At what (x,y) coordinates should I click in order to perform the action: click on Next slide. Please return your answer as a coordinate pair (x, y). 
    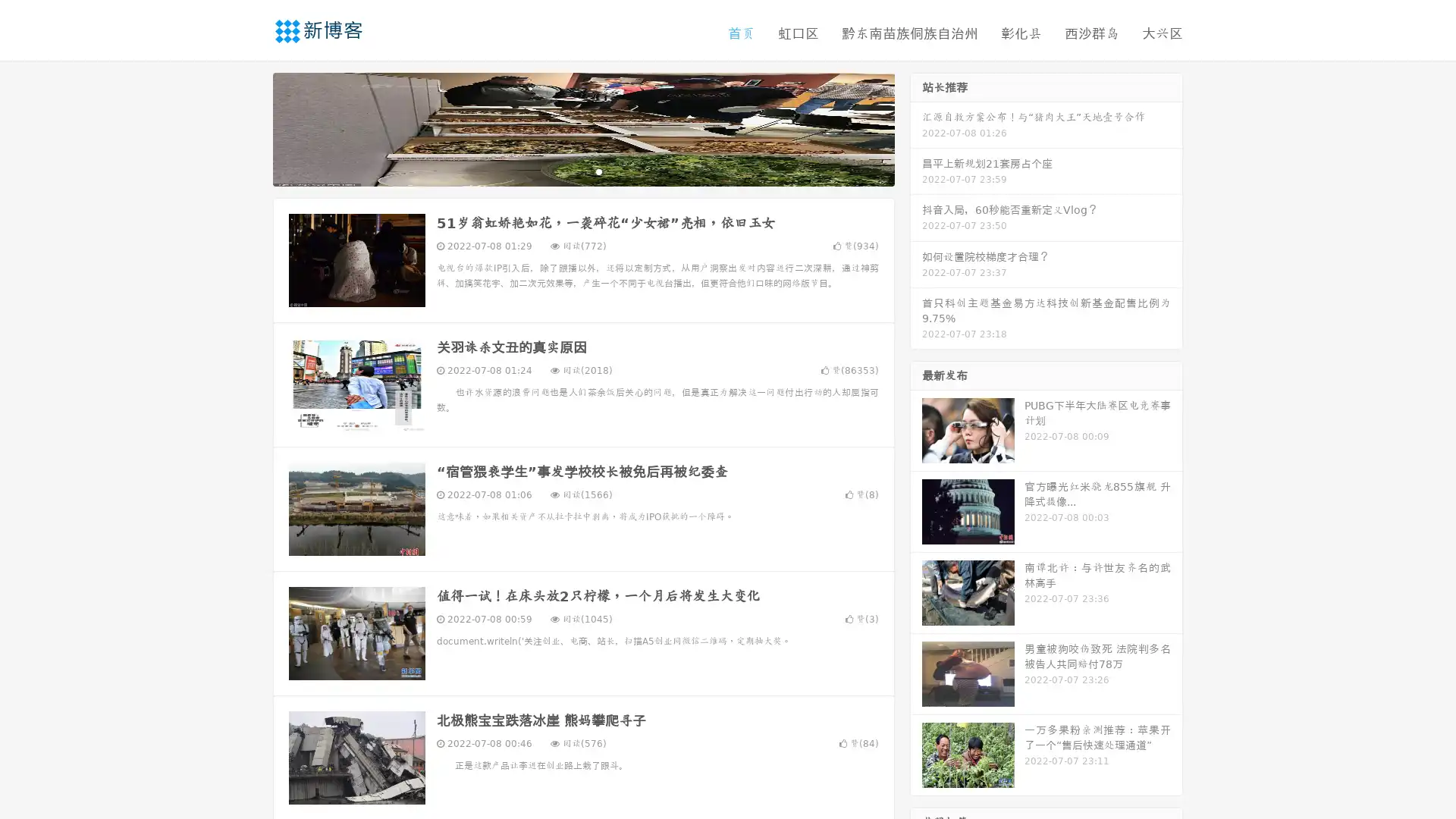
    Looking at the image, I should click on (916, 127).